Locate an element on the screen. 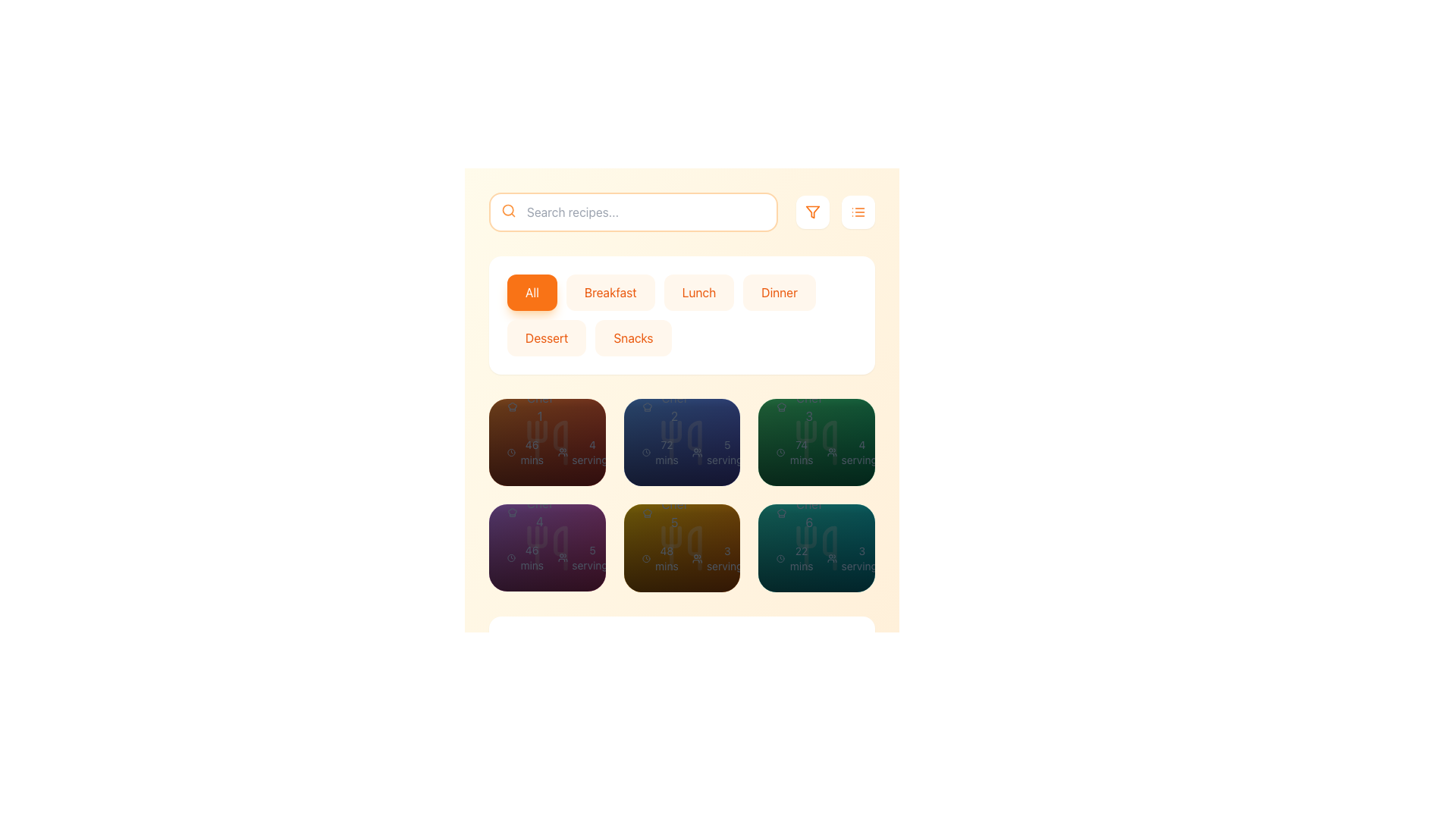 This screenshot has width=1456, height=819. the '3 servings' text indicator with the accompanying icon located in the bottom-right card of the grid layout is located at coordinates (855, 558).